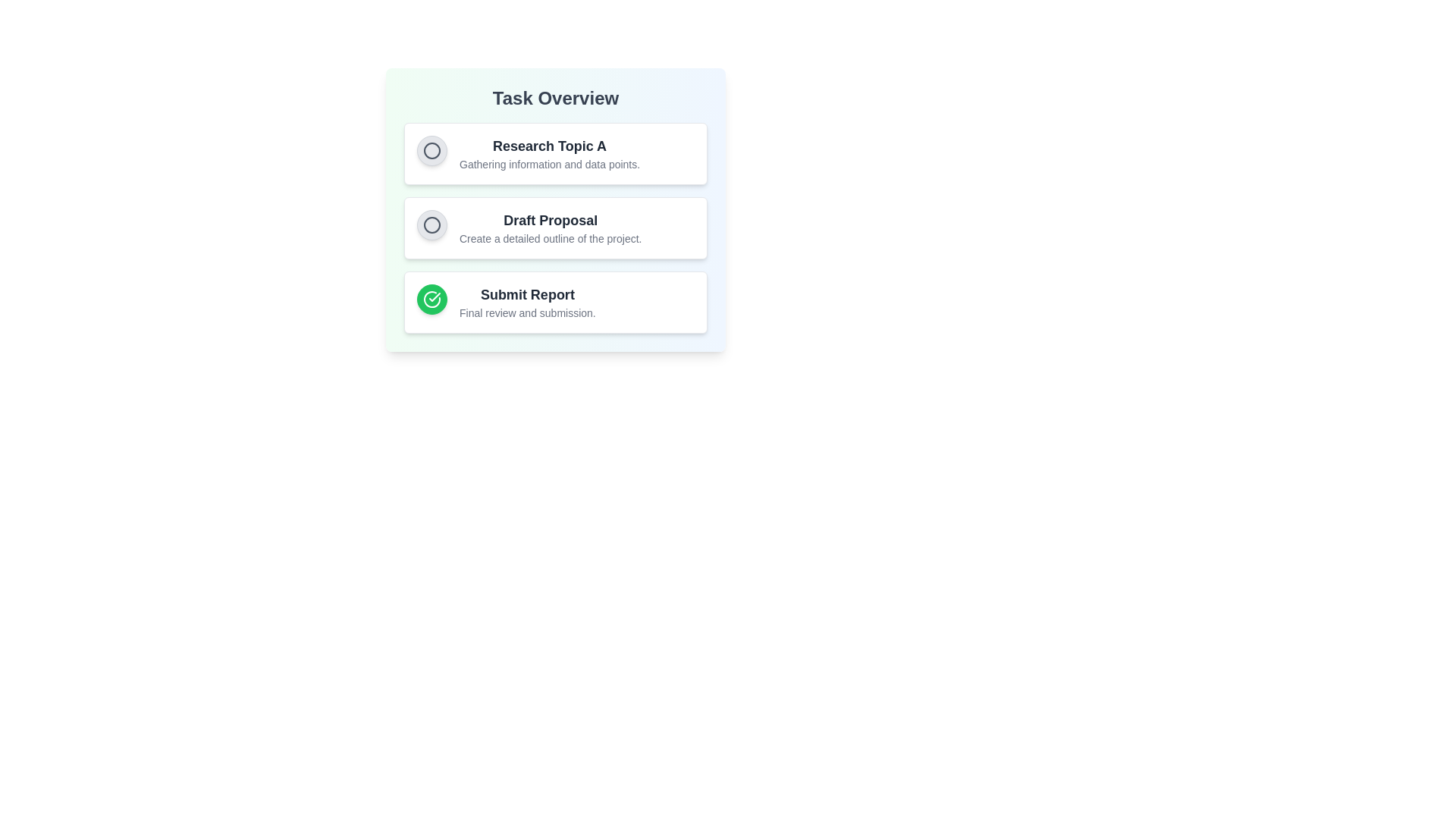 The height and width of the screenshot is (819, 1456). Describe the element at coordinates (431, 299) in the screenshot. I see `the circular icon with a green background and white checkmark, located under the 'Task Overview' section, aligned with the 'Submit Report' task text` at that location.